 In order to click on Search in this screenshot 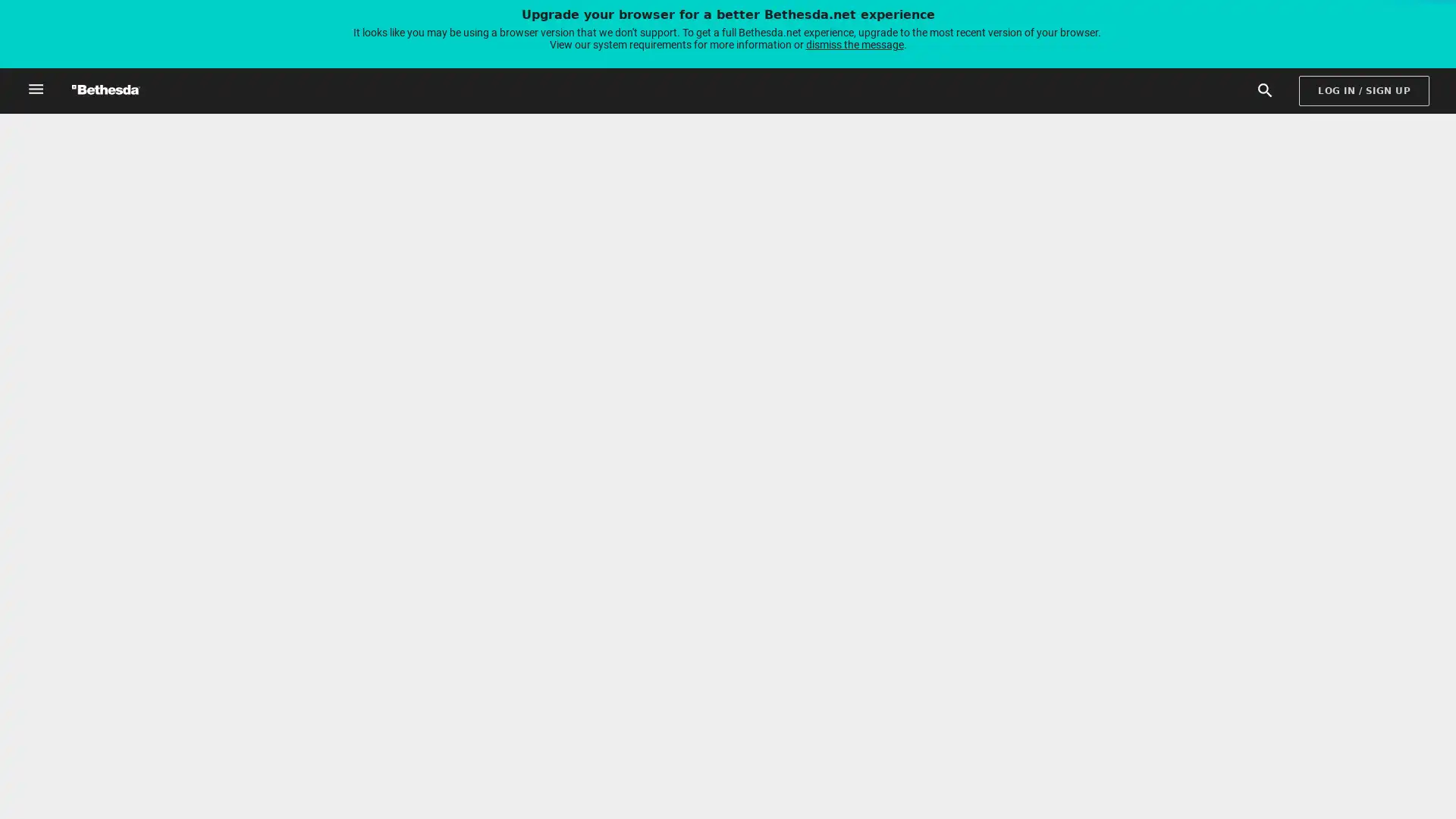, I will do `click(1272, 90)`.